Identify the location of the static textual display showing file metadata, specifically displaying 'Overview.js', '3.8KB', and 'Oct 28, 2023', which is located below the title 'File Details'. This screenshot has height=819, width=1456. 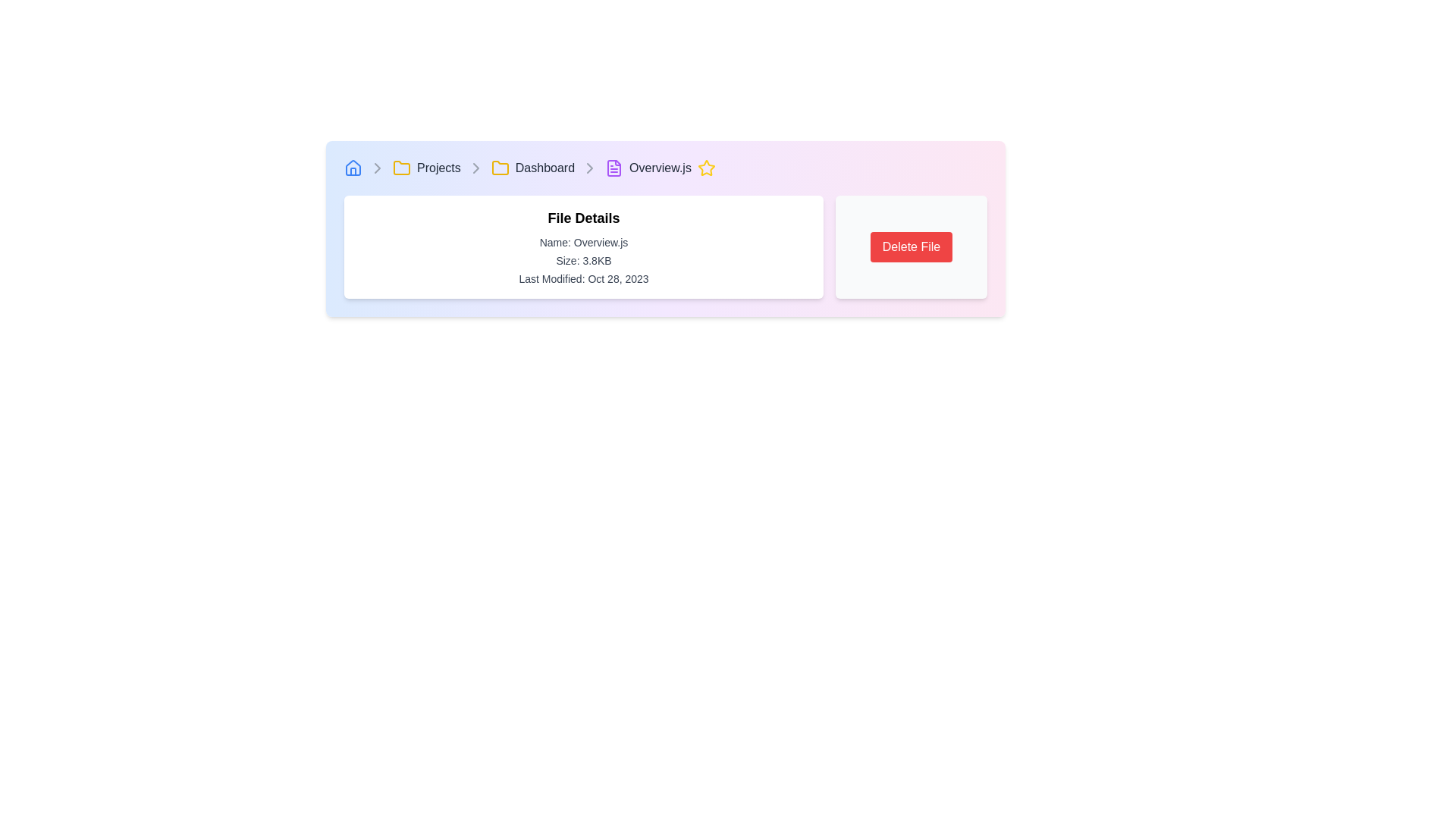
(582, 259).